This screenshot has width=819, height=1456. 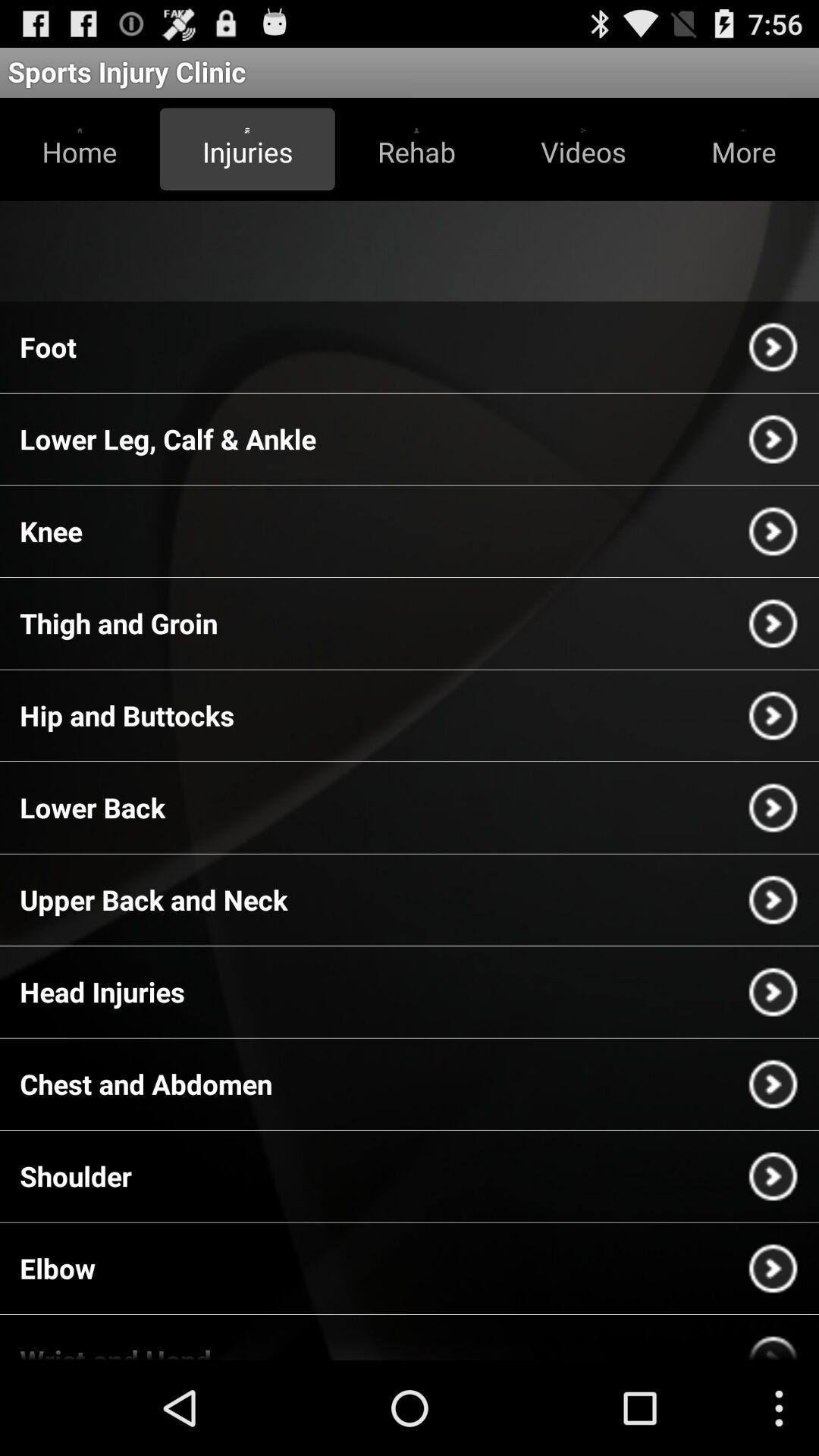 I want to click on app below the sports injury clinic, so click(x=80, y=149).